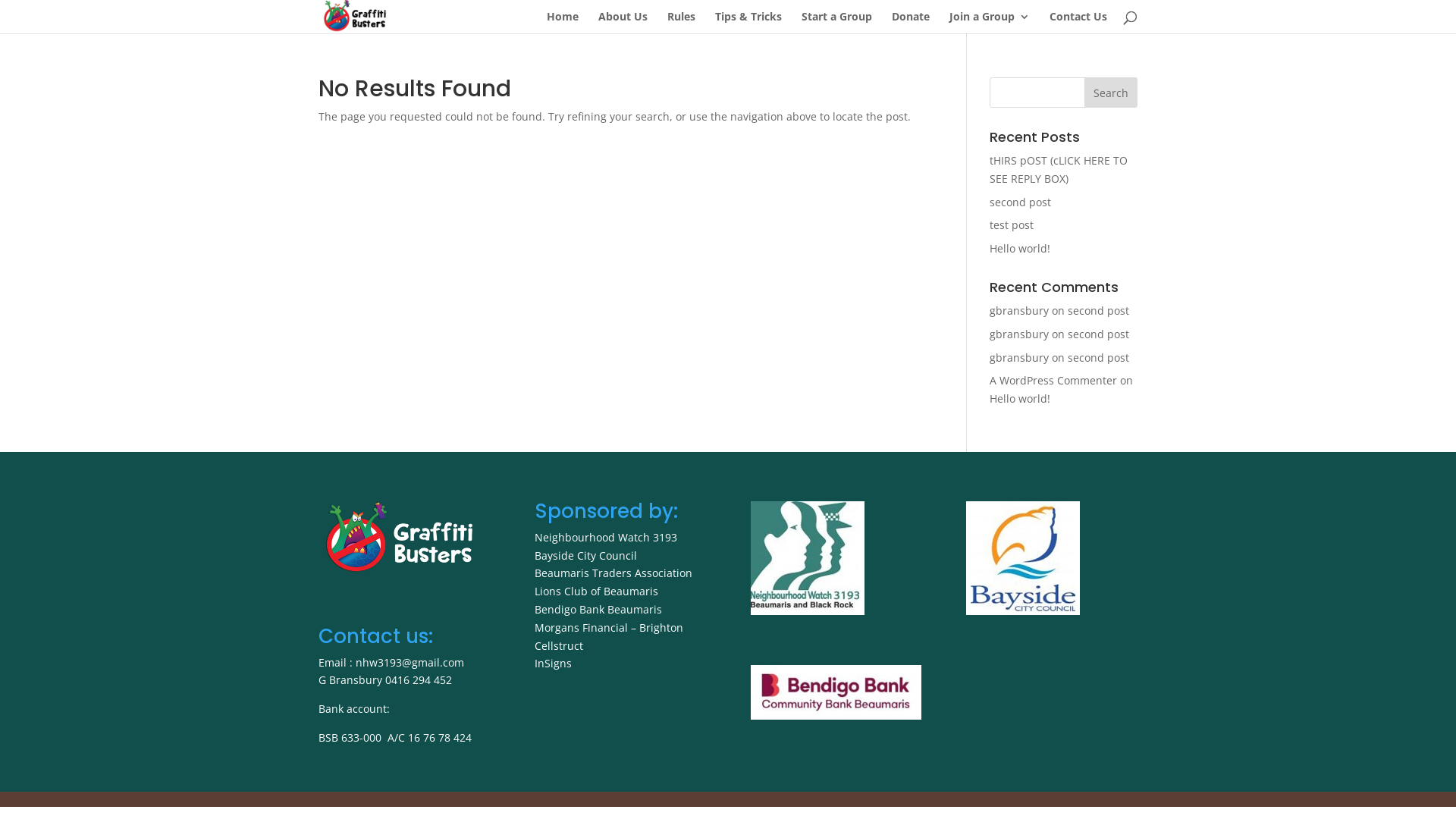  Describe the element at coordinates (1077, 22) in the screenshot. I see `'Contact Us'` at that location.